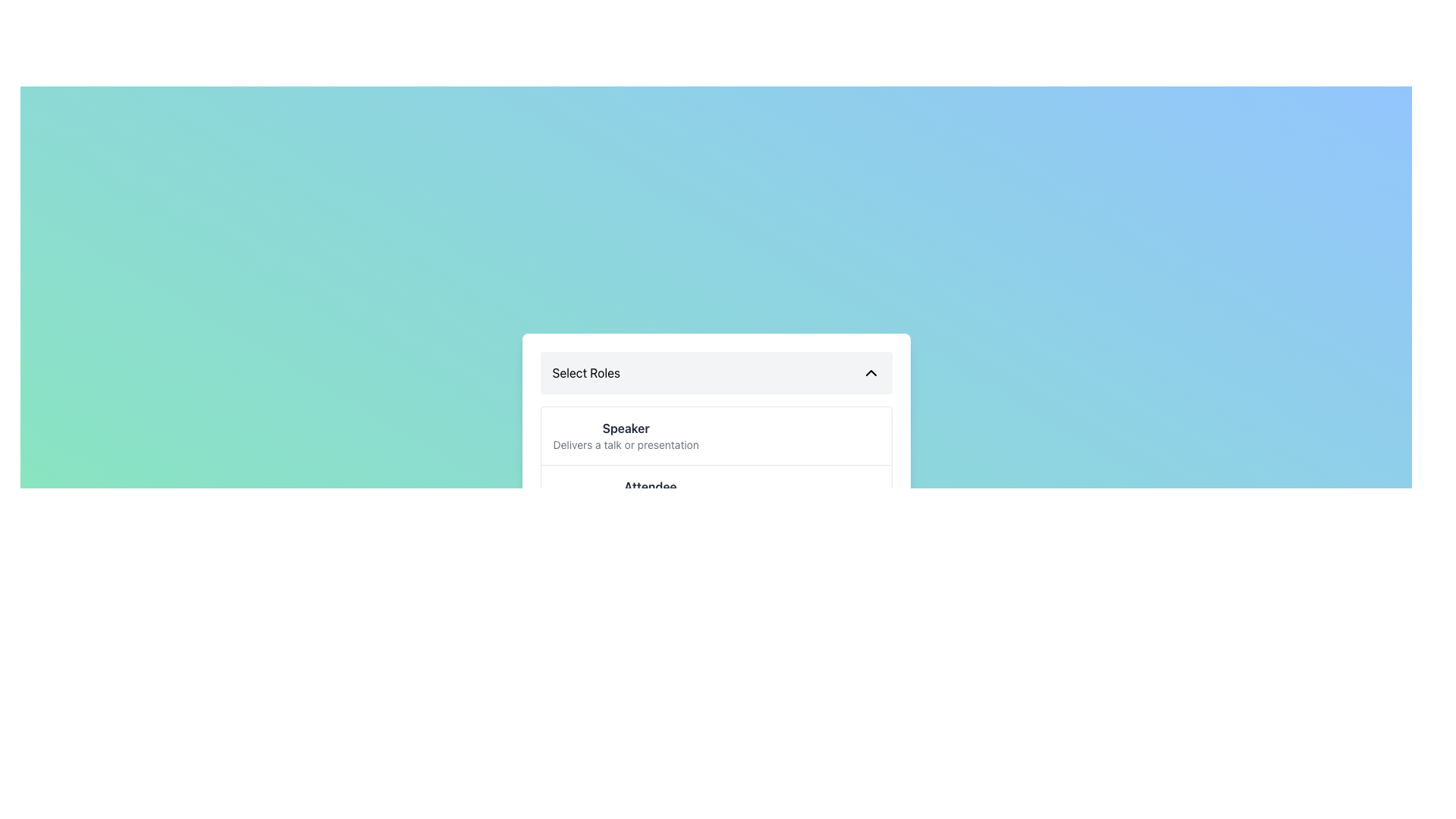 The width and height of the screenshot is (1456, 819). Describe the element at coordinates (626, 428) in the screenshot. I see `the bold 'Speaker' label text located in the 'Select Roles' dropdown, positioned above the descriptive text 'Delivers a talk or presentation'` at that location.